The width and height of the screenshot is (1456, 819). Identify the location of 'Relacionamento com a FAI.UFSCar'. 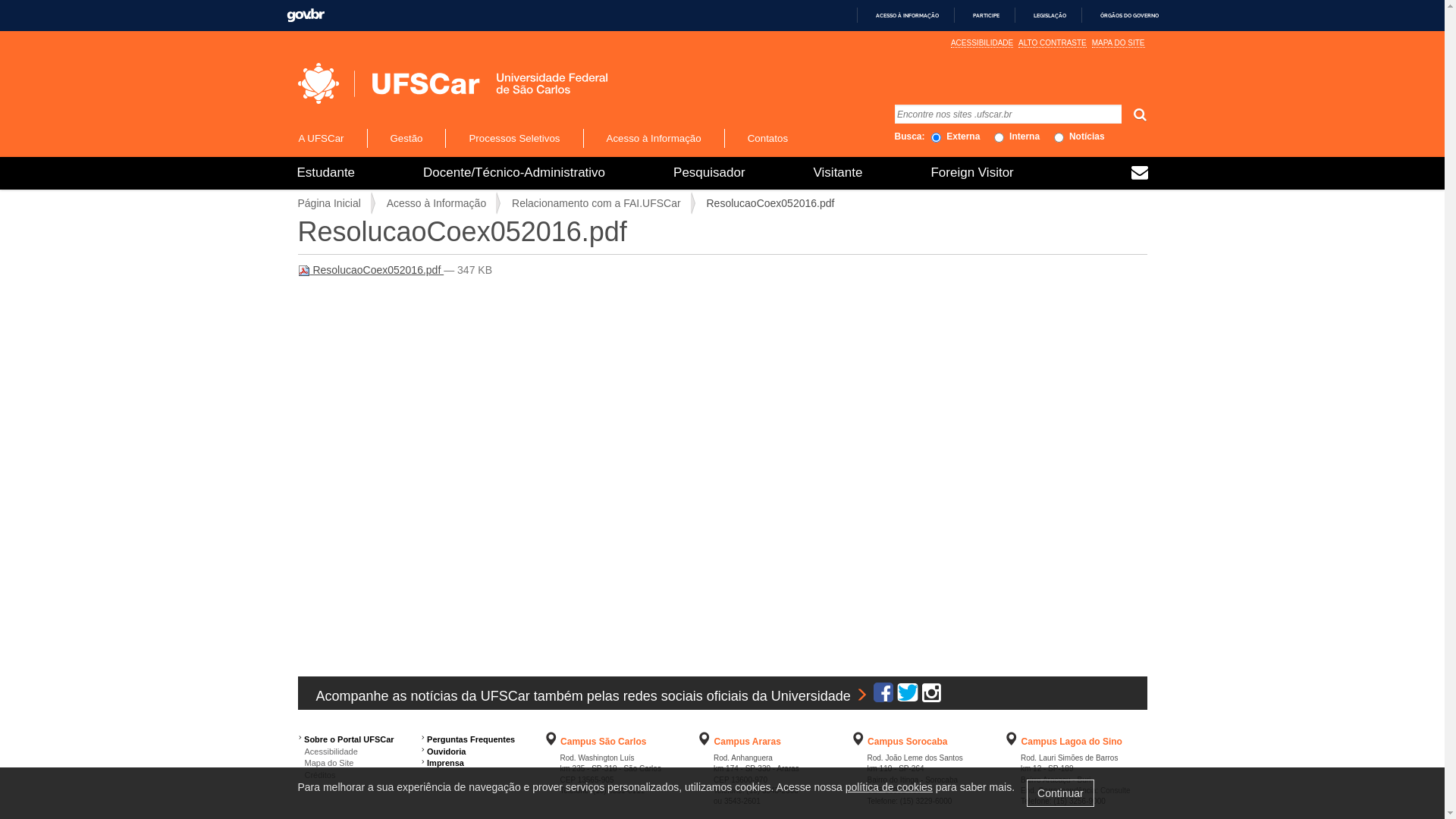
(595, 202).